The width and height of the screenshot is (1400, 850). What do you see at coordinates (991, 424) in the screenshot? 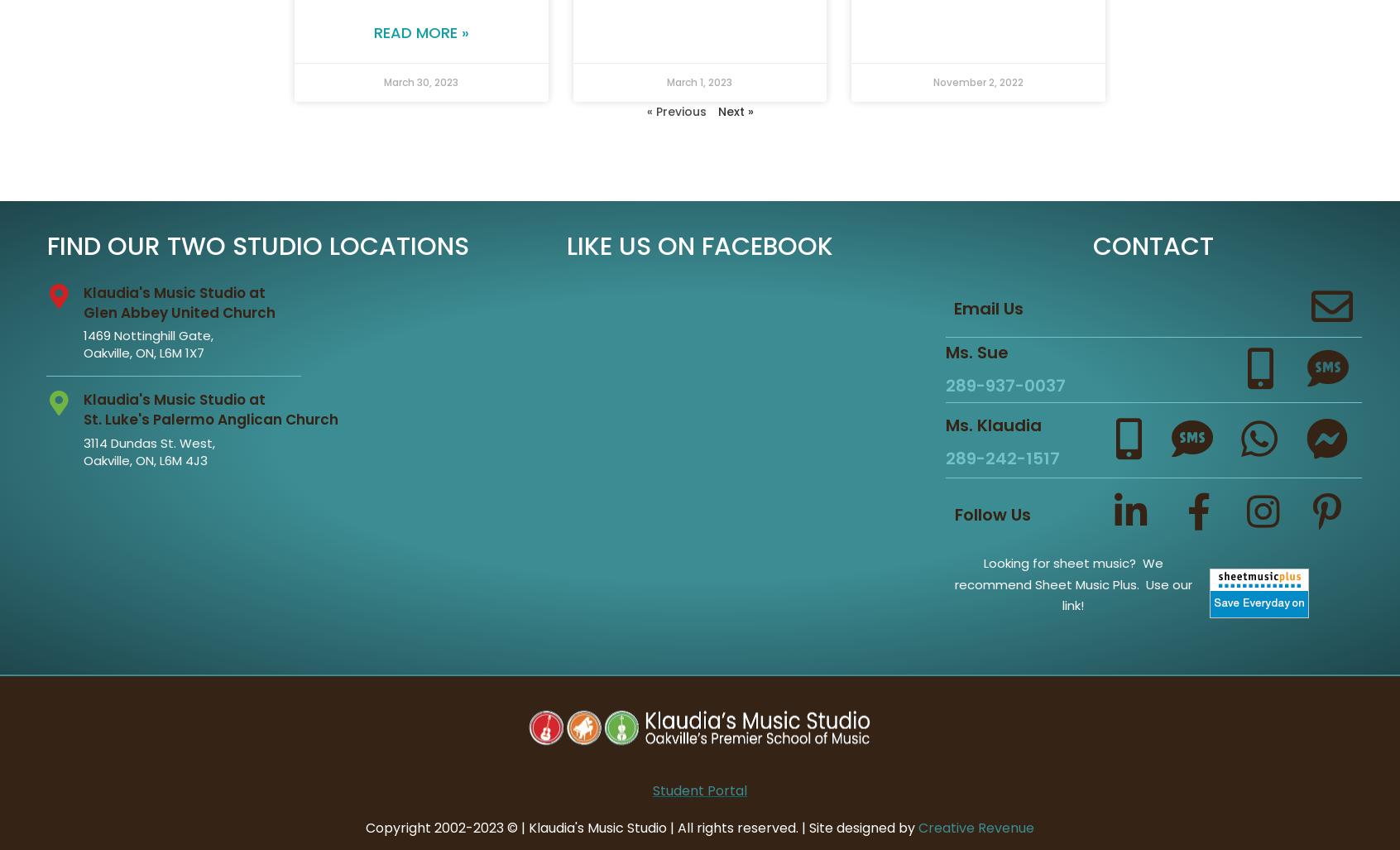
I see `'Ms. Klaudia'` at bounding box center [991, 424].